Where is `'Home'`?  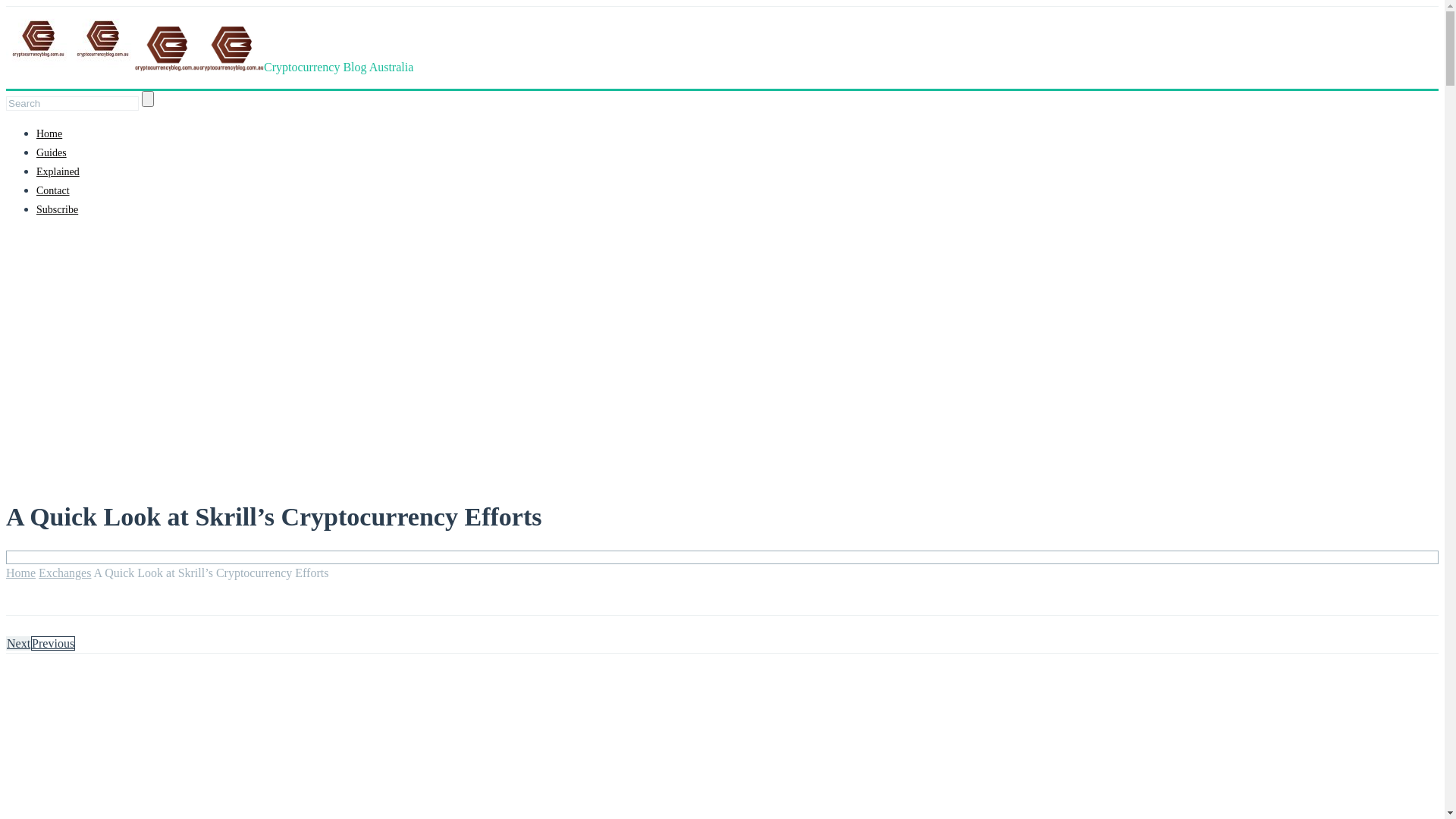 'Home' is located at coordinates (36, 133).